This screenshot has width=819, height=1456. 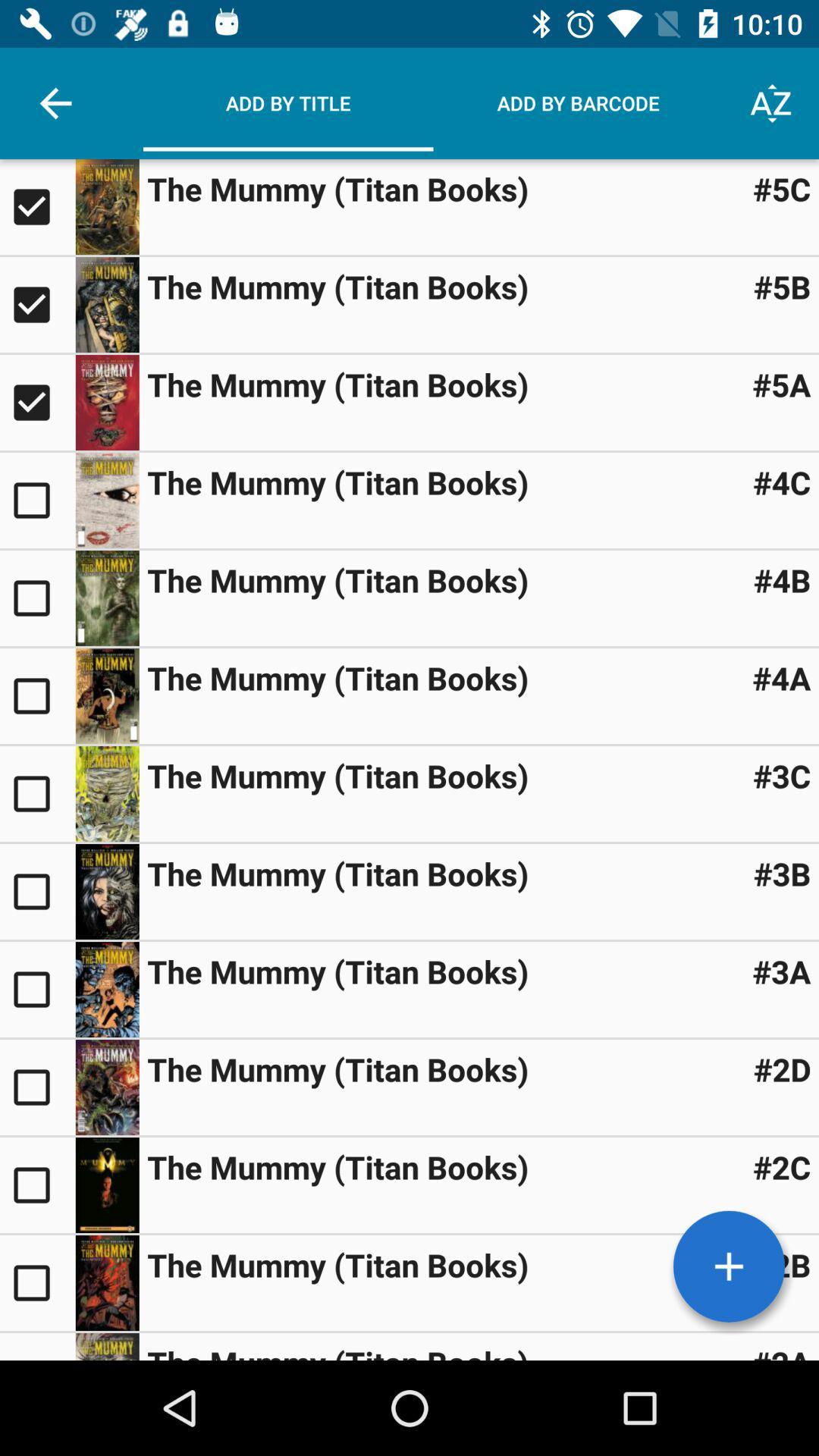 I want to click on option, so click(x=36, y=1087).